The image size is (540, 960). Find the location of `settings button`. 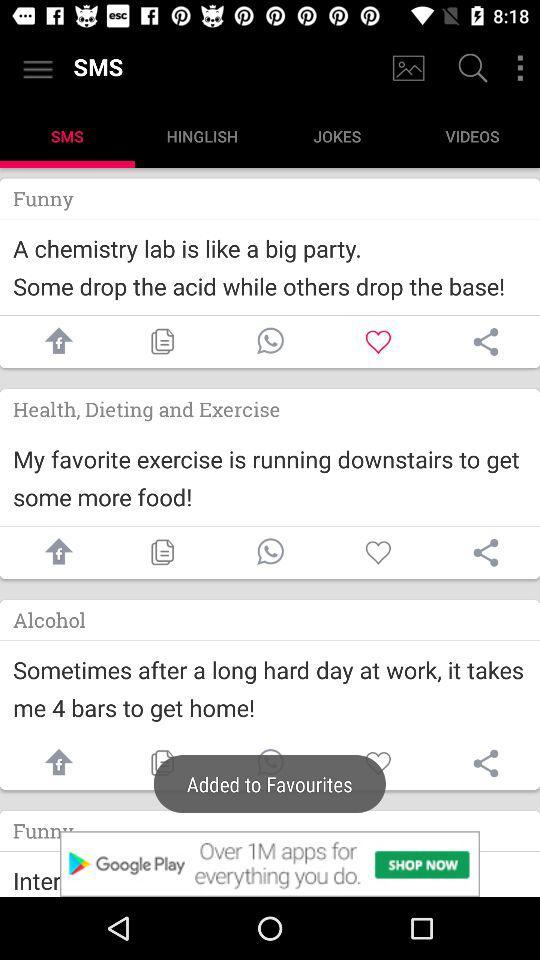

settings button is located at coordinates (520, 68).